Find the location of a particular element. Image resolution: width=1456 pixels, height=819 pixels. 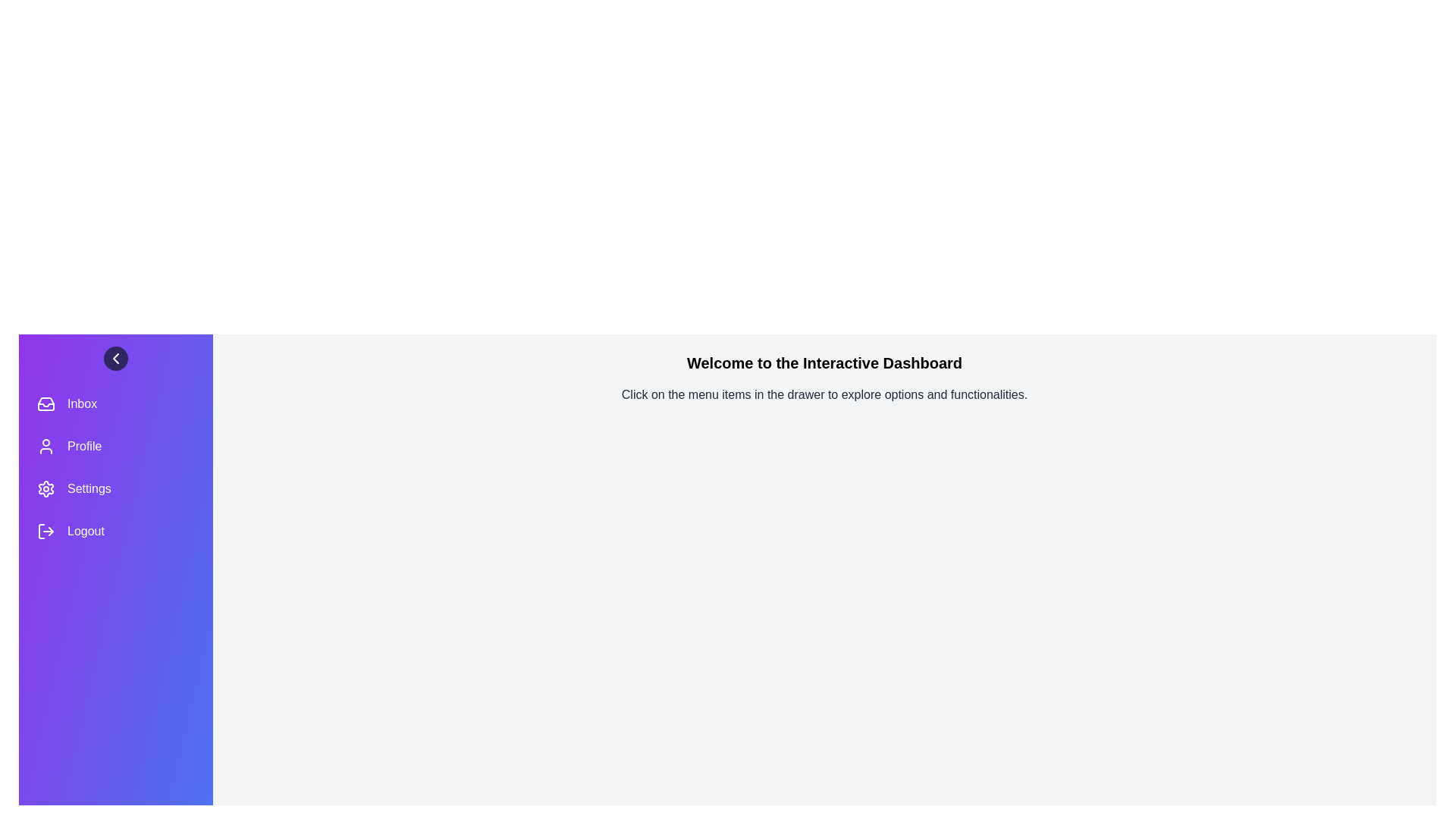

the drawer toggle button to change its state is located at coordinates (115, 359).